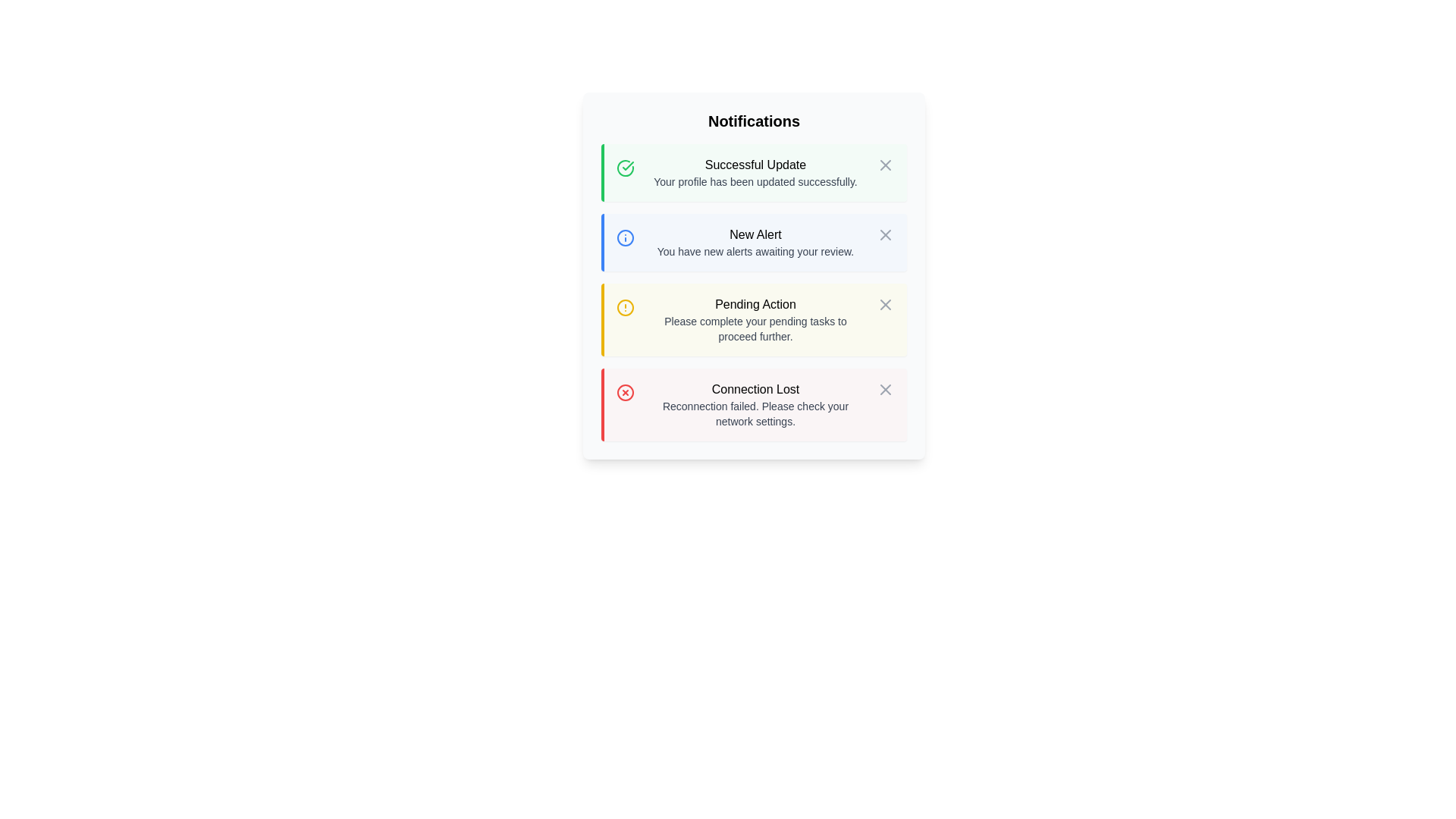 This screenshot has width=1456, height=819. Describe the element at coordinates (626, 237) in the screenshot. I see `the information alert icon located in the left portion of the 'New Alert' notification box, before the text content` at that location.